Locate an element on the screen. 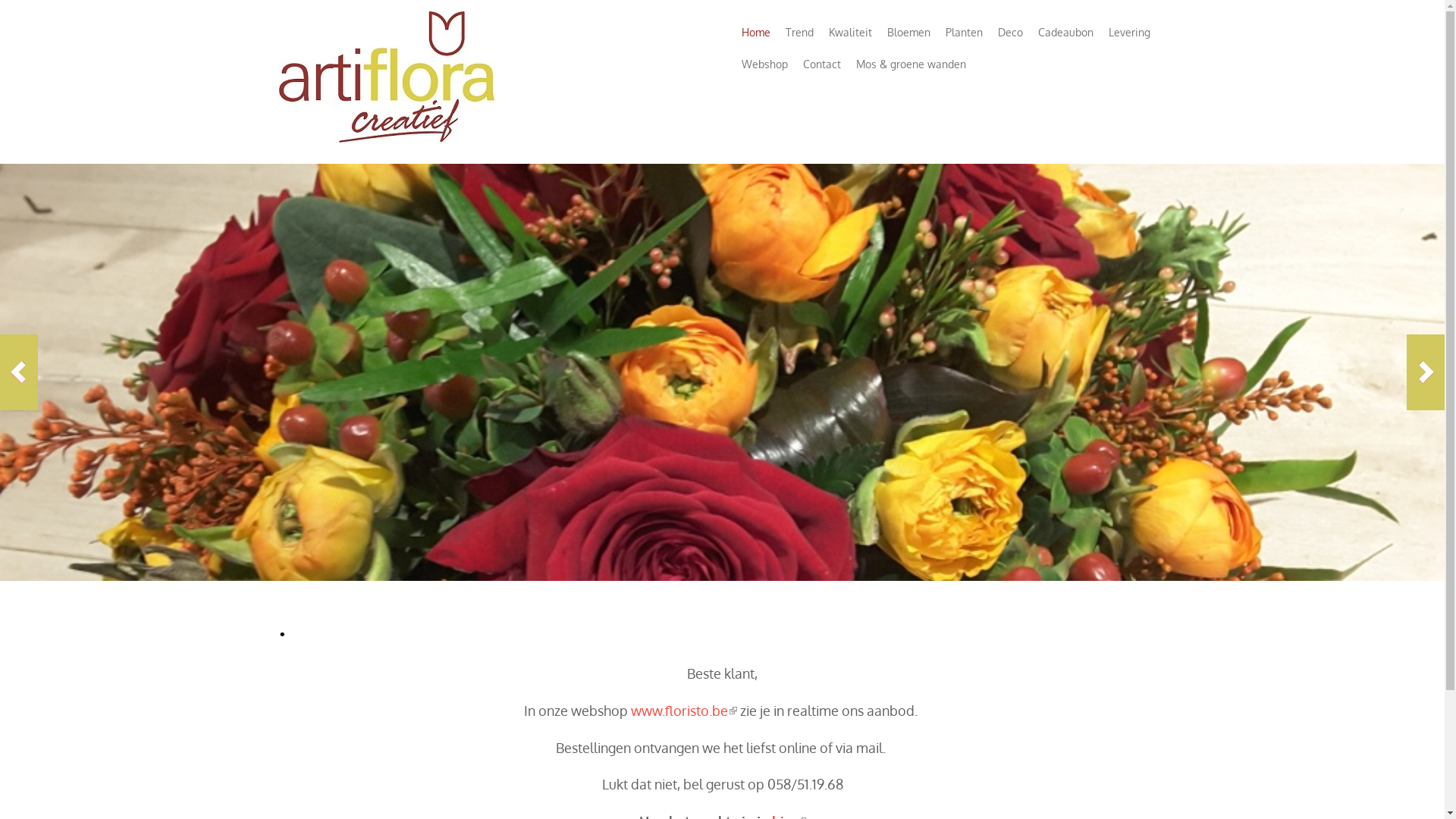 This screenshot has height=819, width=1456. 'Cadeaubon' is located at coordinates (1064, 32).